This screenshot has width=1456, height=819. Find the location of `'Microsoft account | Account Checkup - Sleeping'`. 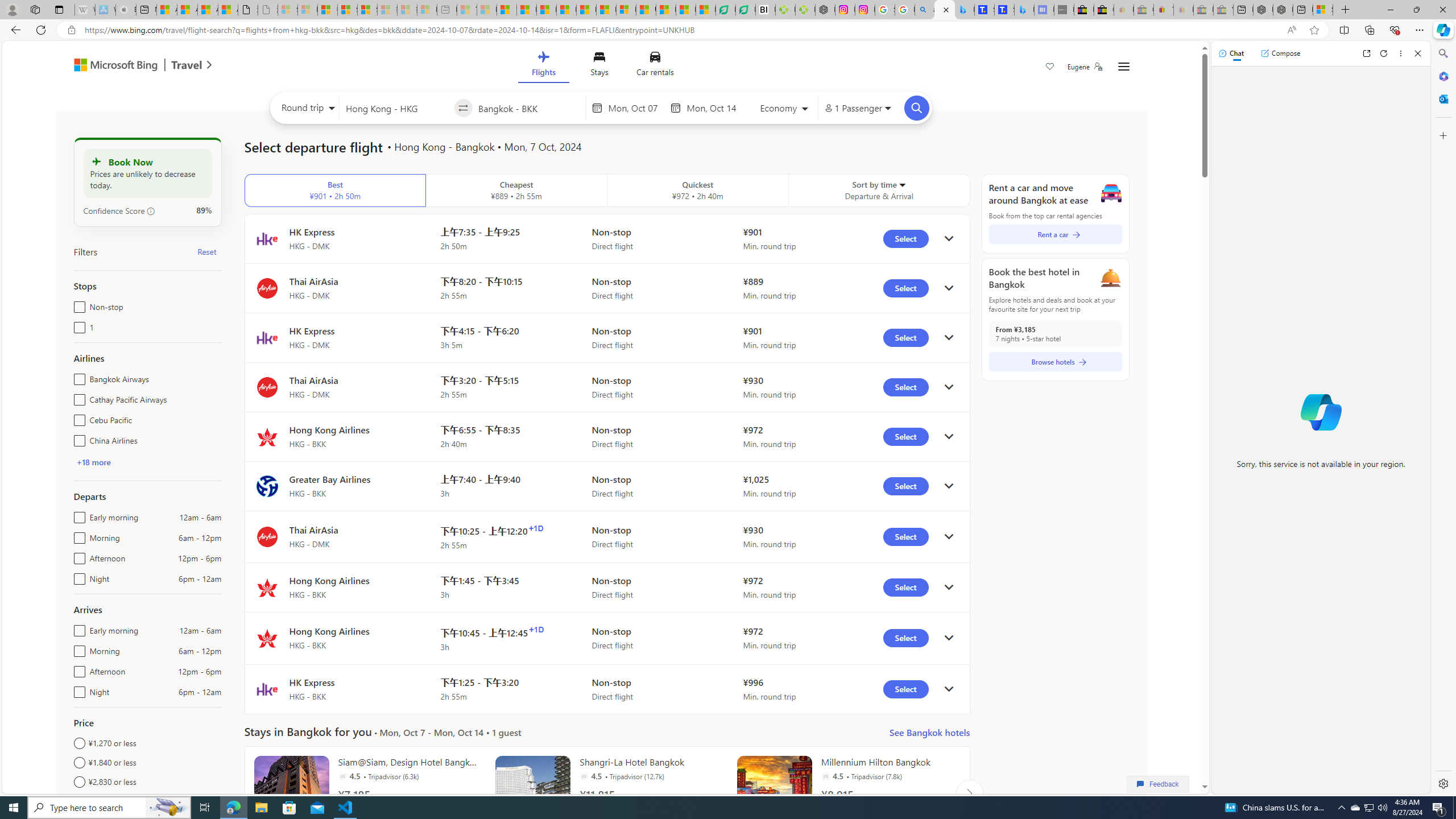

'Microsoft account | Account Checkup - Sleeping' is located at coordinates (427, 9).